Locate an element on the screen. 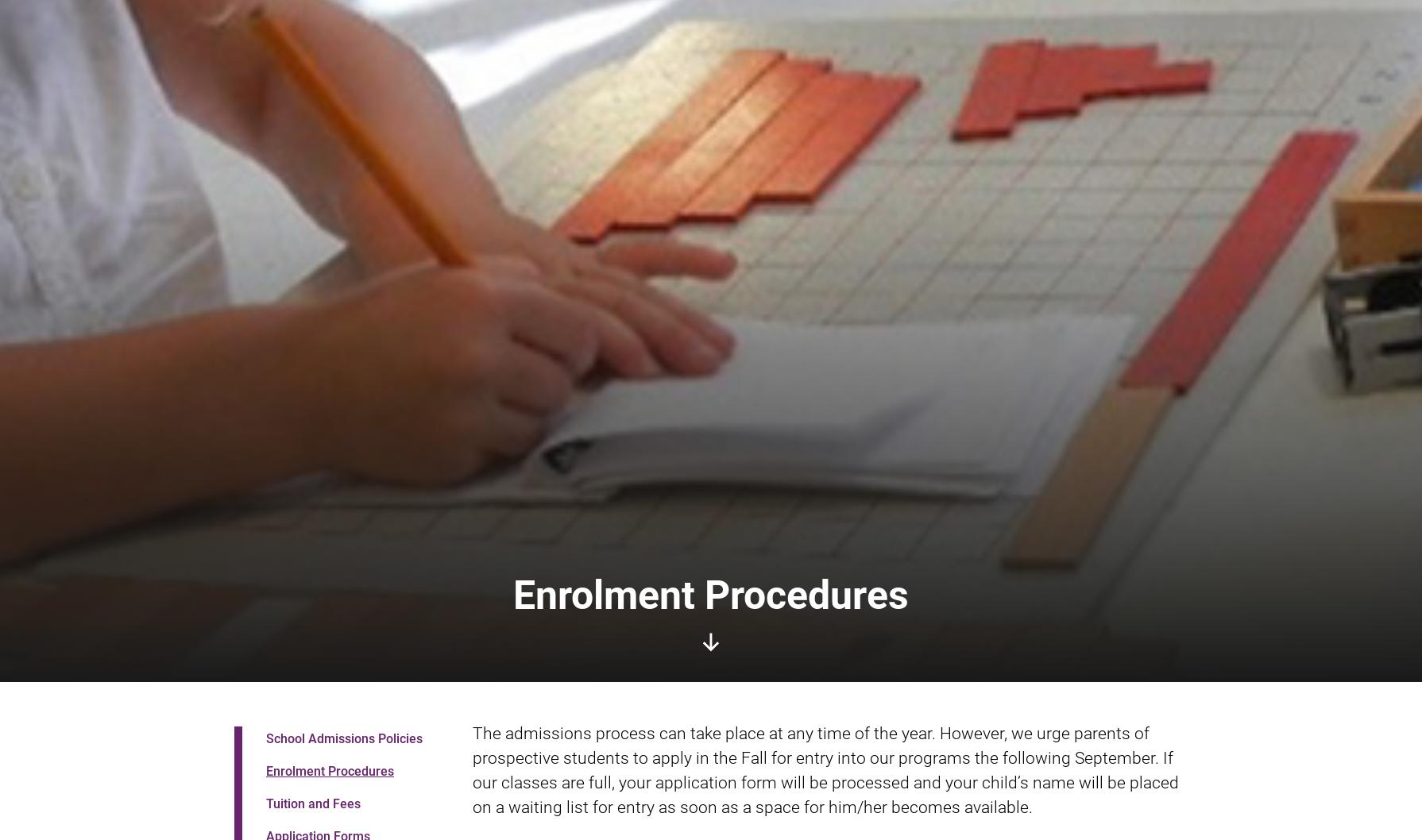 The width and height of the screenshot is (1422, 840). '(613) 237-3824' is located at coordinates (752, 612).